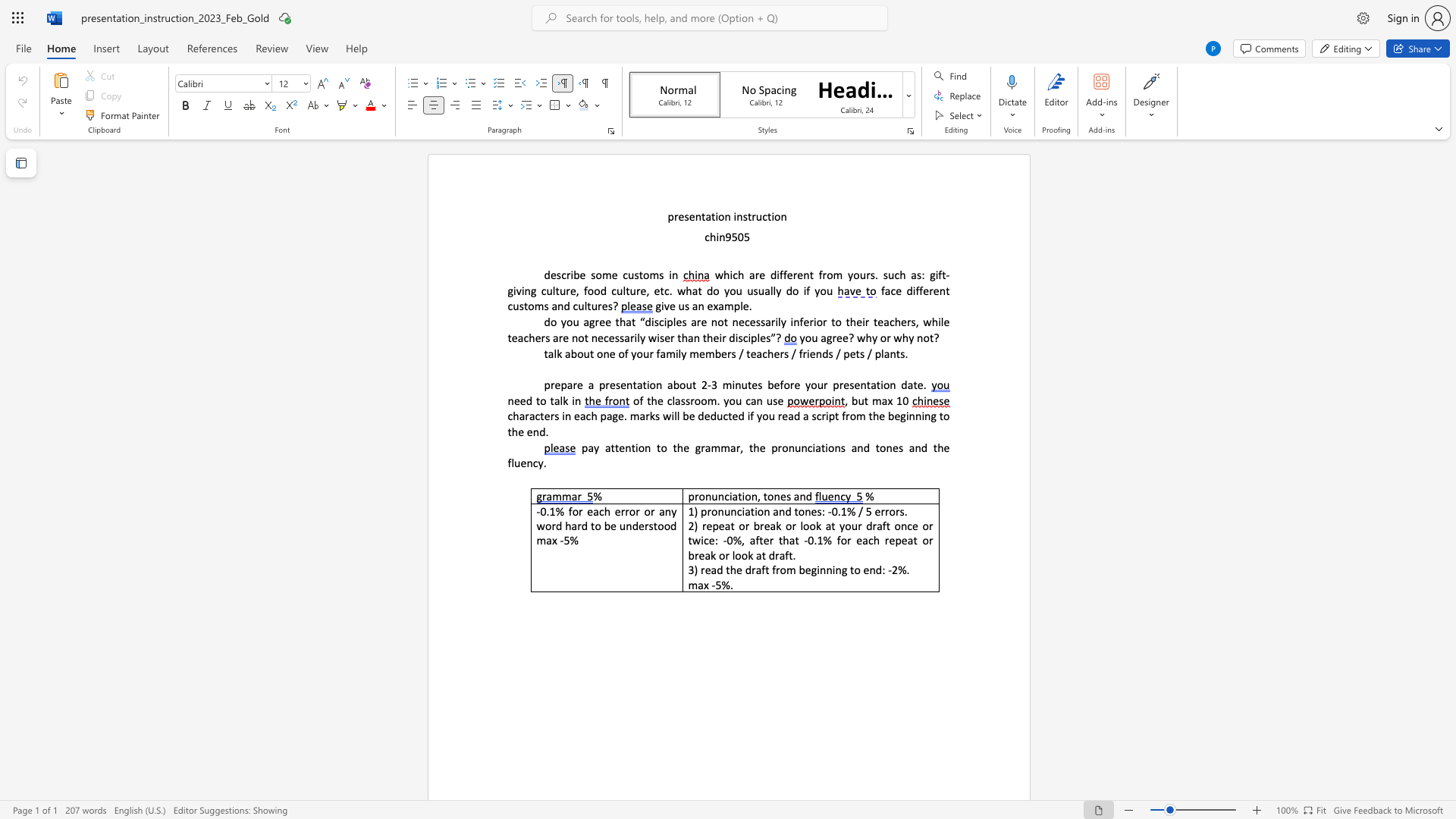  Describe the element at coordinates (859, 275) in the screenshot. I see `the subset text "urs." within the text "which are different from yours."` at that location.